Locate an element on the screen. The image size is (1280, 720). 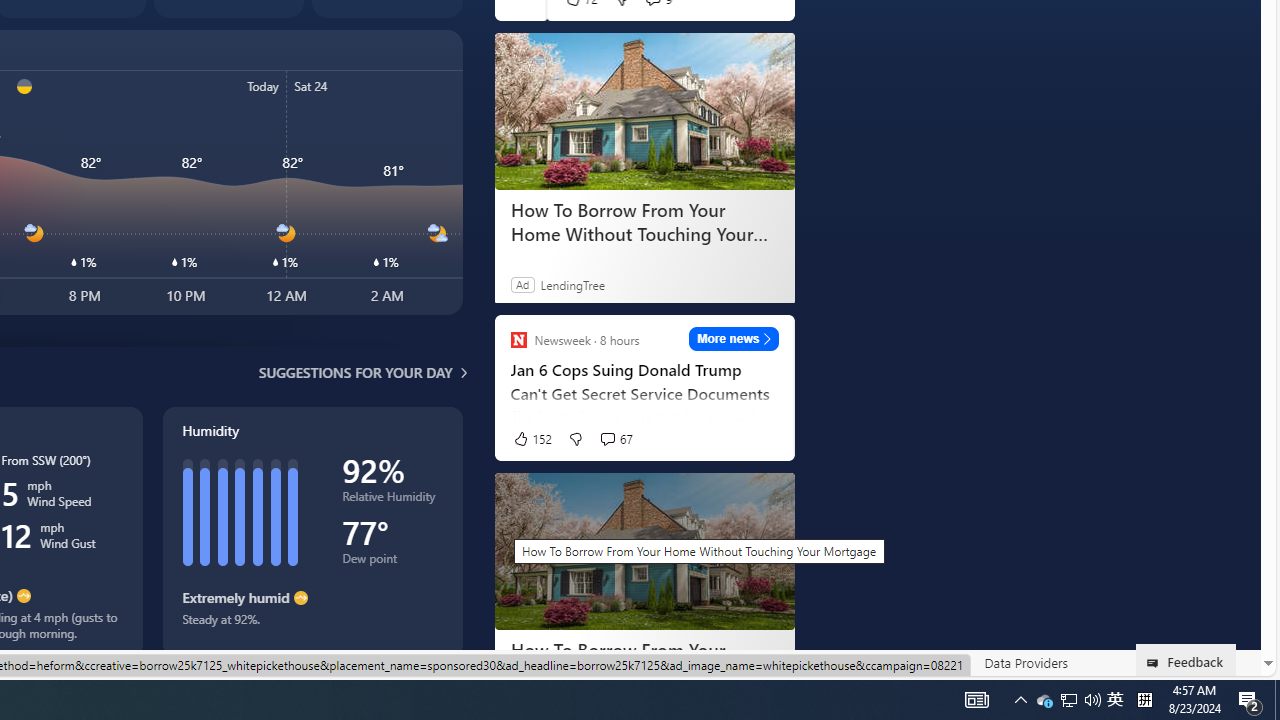
'Data Providers' is located at coordinates (1025, 663).